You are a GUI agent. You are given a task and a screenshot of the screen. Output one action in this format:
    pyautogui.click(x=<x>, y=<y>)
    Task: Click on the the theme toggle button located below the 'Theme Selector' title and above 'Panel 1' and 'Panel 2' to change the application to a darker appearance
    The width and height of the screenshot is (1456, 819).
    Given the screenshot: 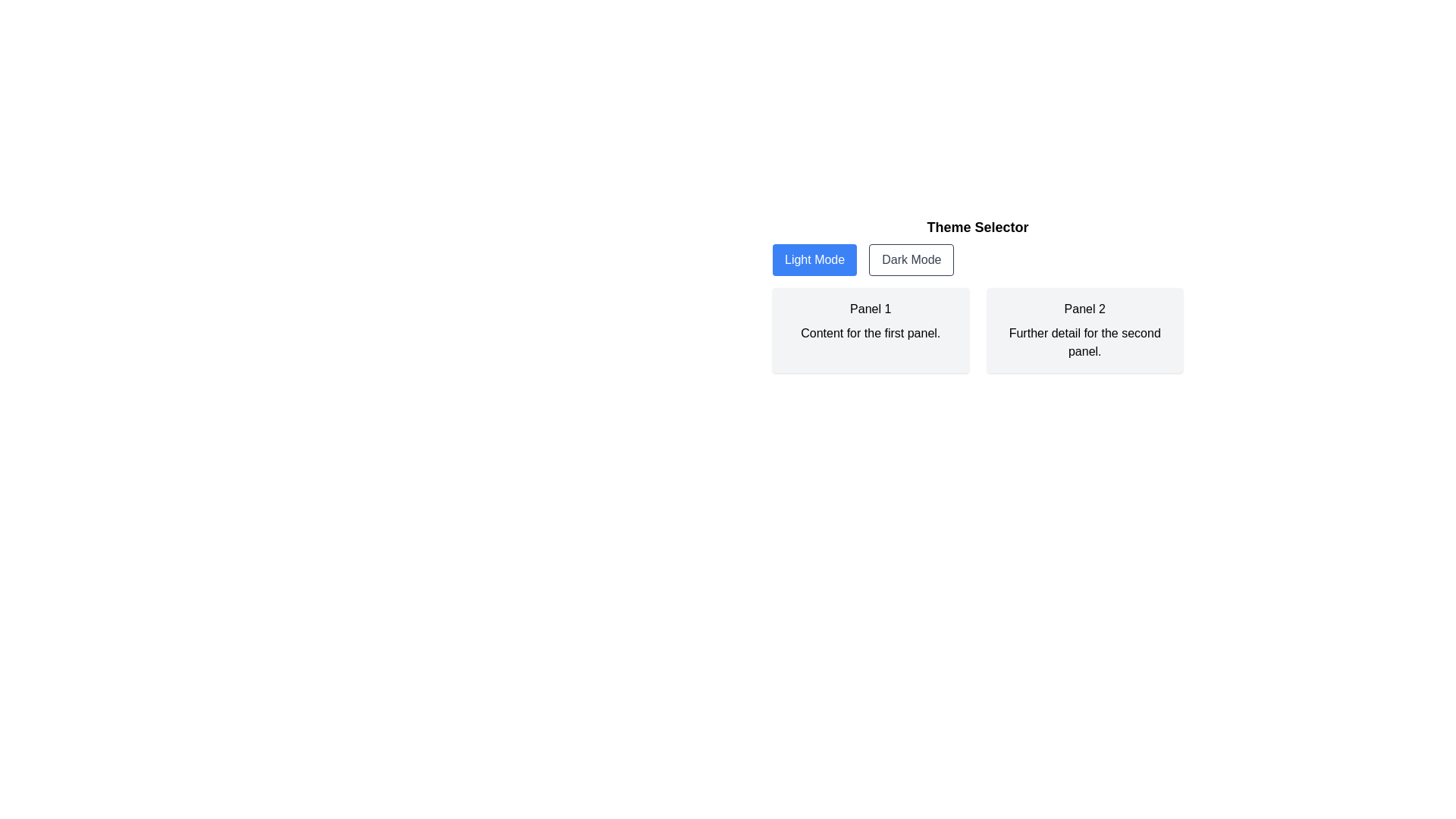 What is the action you would take?
    pyautogui.click(x=911, y=259)
    